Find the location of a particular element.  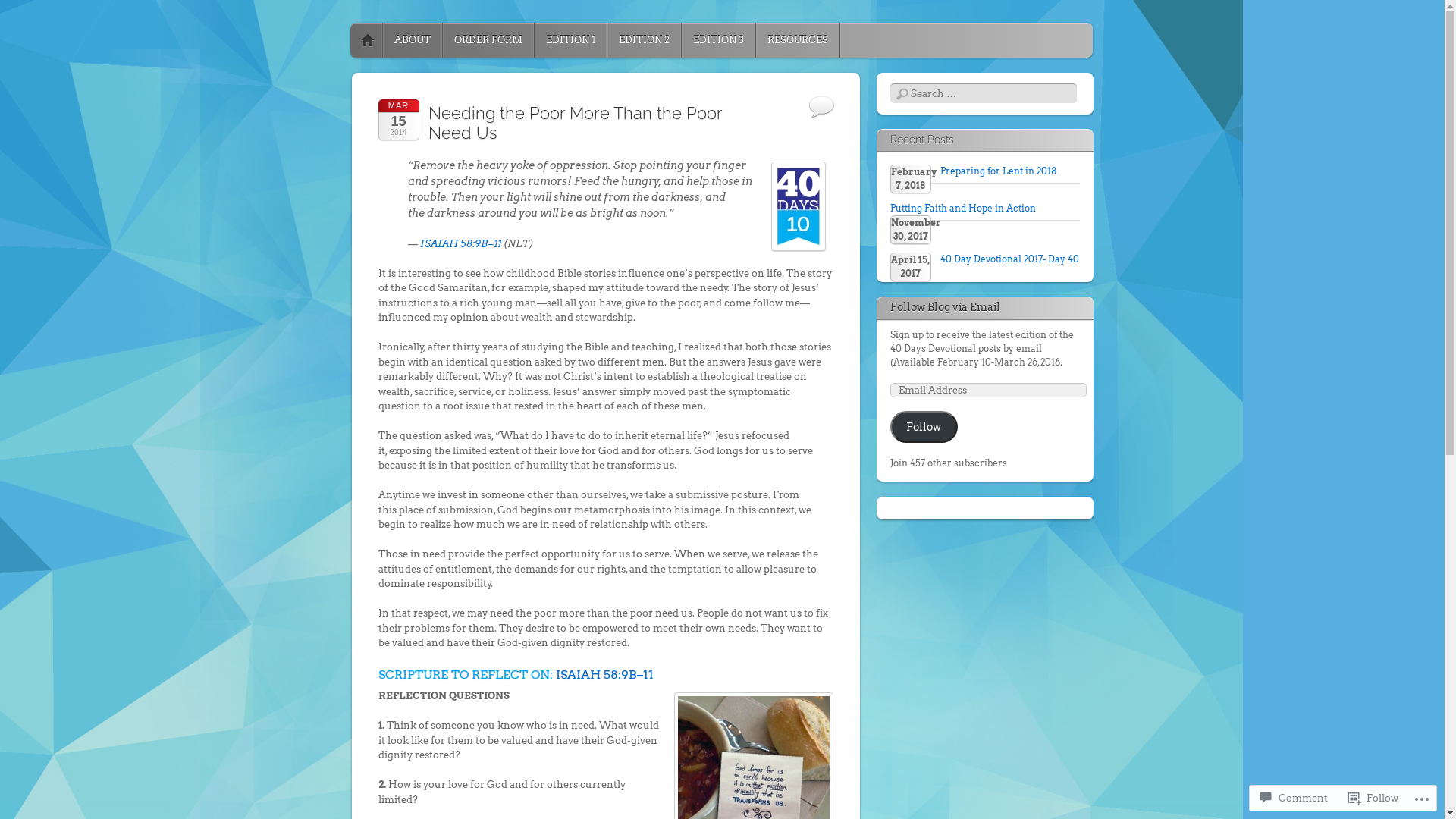

'Comment' is located at coordinates (1293, 797).